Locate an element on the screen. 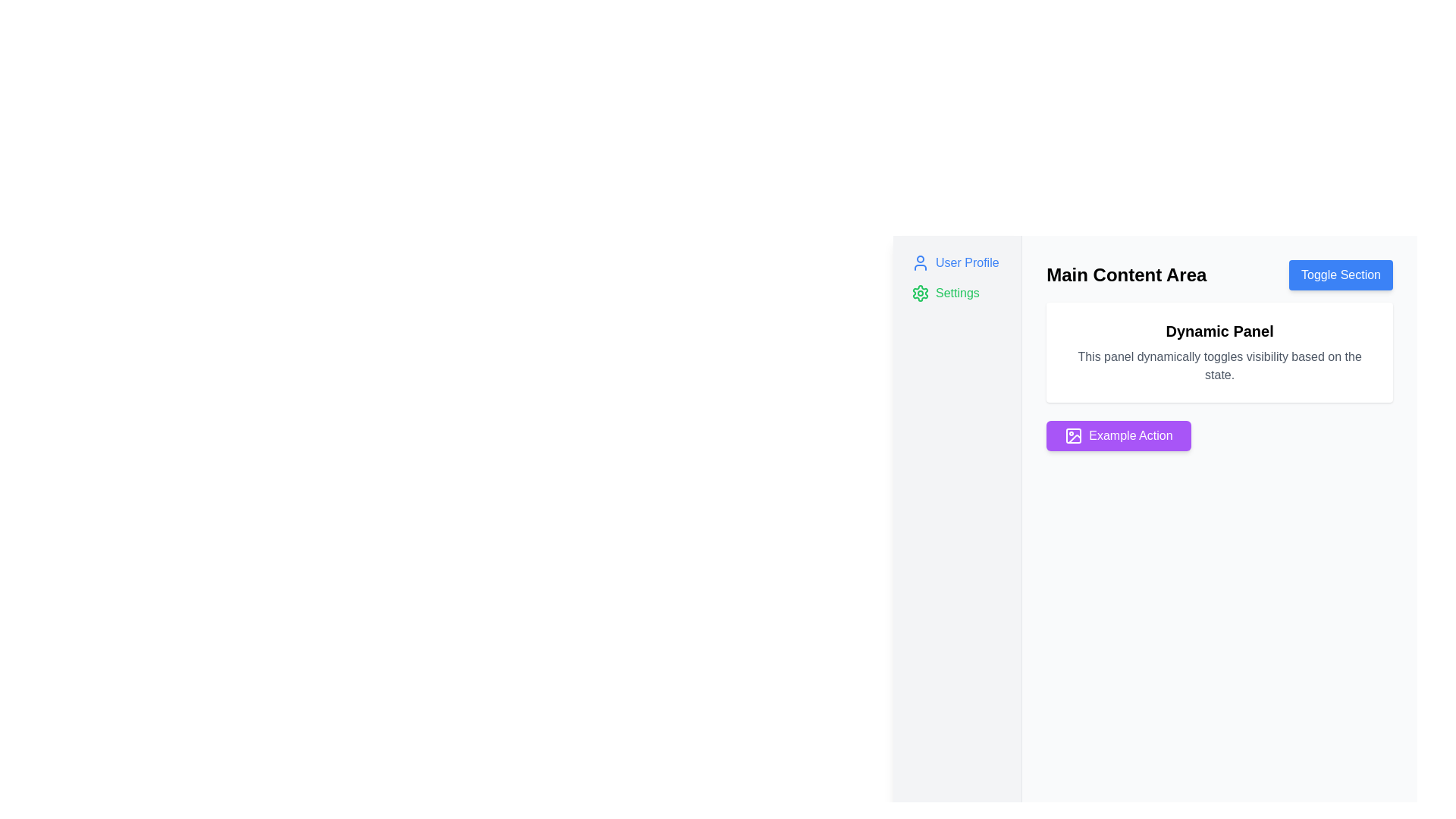  the 'Toggle Section' button, which is a rectangular button with a blue background and white text, located near the top-right corner of the 'Main Content Area' section is located at coordinates (1340, 275).